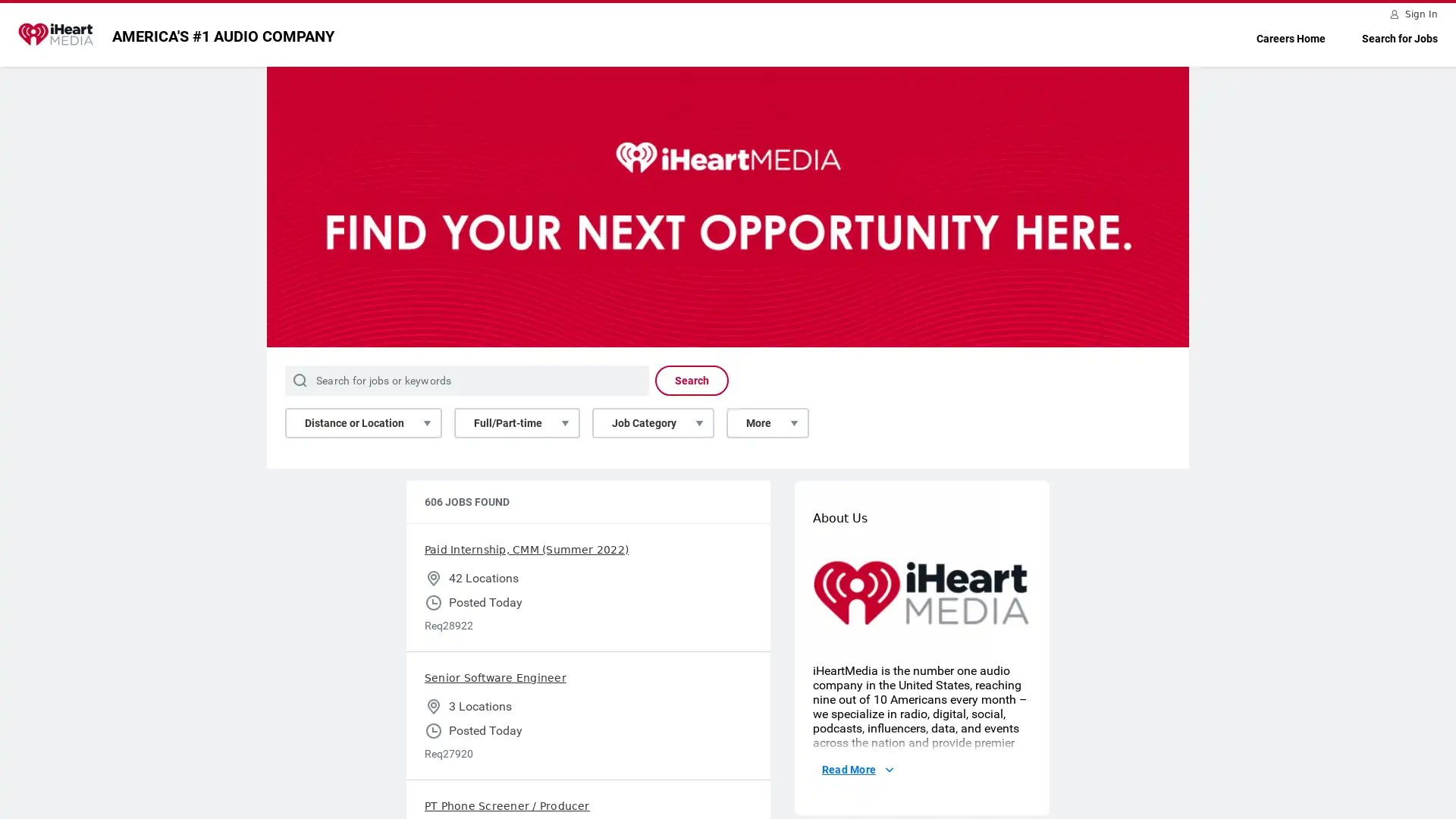 The image size is (1456, 819). Describe the element at coordinates (516, 423) in the screenshot. I see `Full/Part-time` at that location.